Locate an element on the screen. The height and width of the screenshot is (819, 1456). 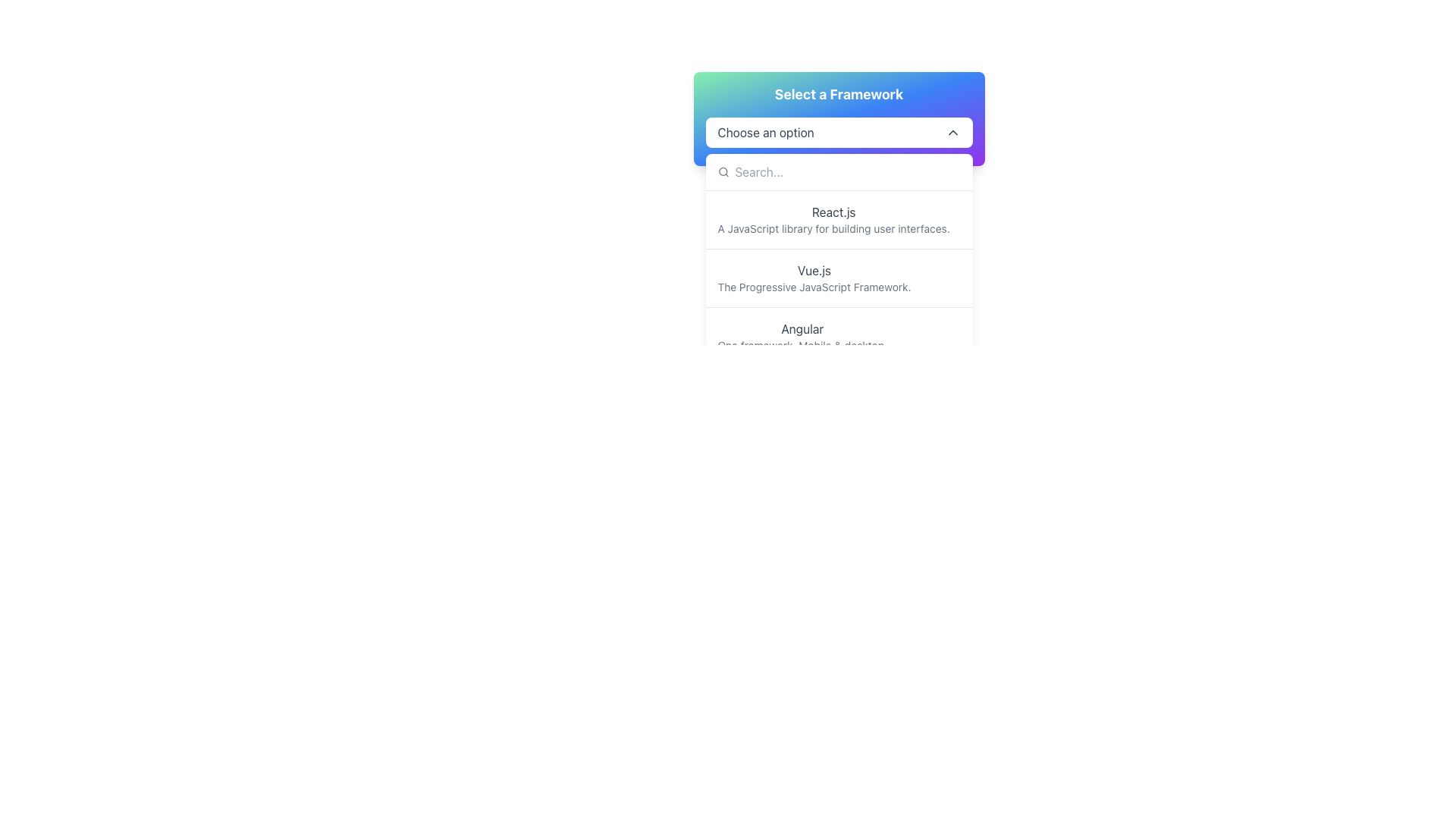
text displayed in the Text Display element that shows 'Angular' and its description 'One framework. Mobile & desktop.' is located at coordinates (802, 335).